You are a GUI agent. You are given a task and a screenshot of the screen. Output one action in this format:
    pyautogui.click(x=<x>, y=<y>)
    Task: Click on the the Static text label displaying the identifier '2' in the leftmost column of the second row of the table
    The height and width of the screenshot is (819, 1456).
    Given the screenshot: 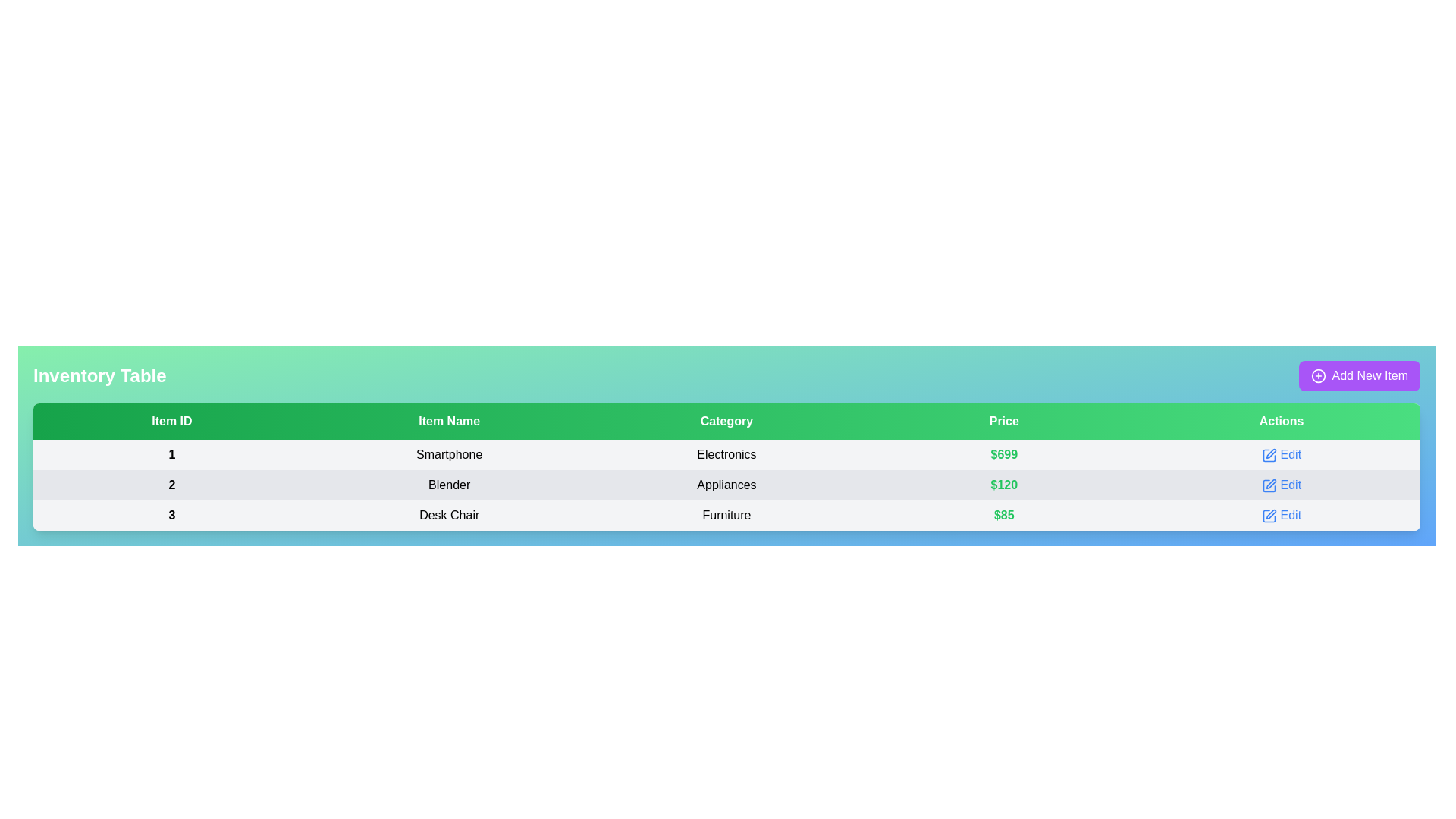 What is the action you would take?
    pyautogui.click(x=171, y=485)
    